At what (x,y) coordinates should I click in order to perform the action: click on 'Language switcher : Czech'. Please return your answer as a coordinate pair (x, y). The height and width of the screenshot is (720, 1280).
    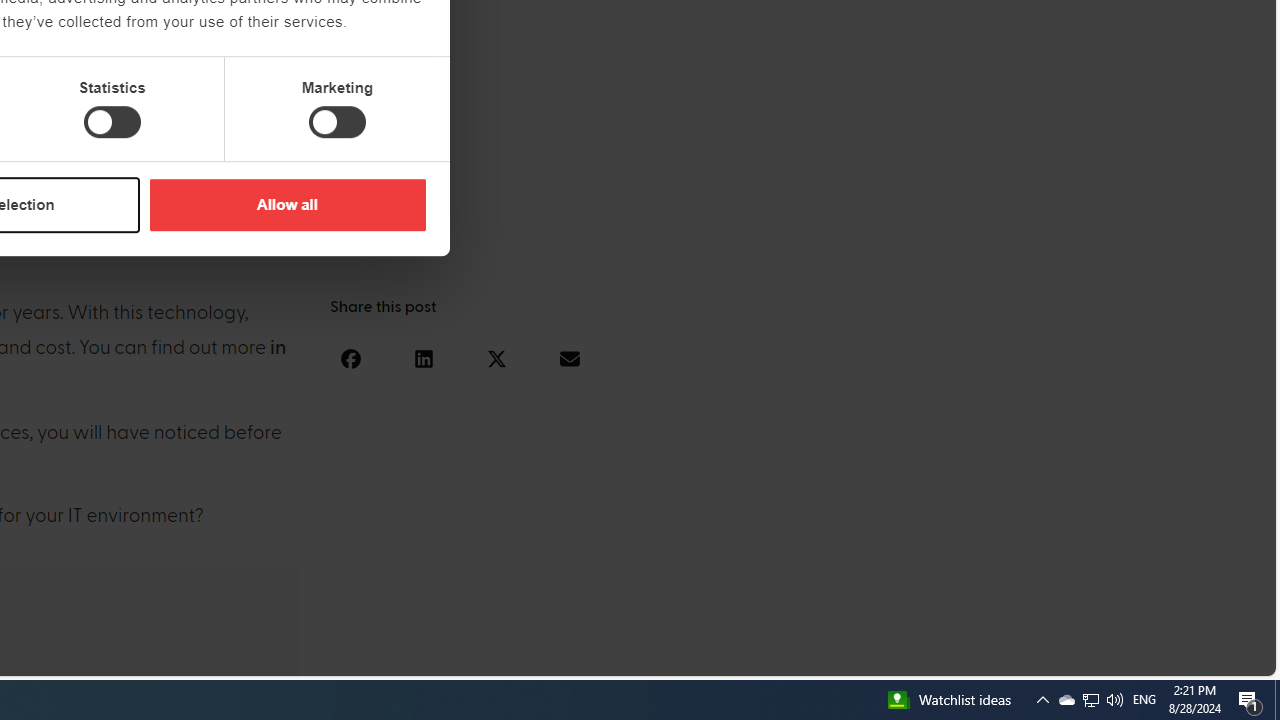
    Looking at the image, I should click on (1204, 657).